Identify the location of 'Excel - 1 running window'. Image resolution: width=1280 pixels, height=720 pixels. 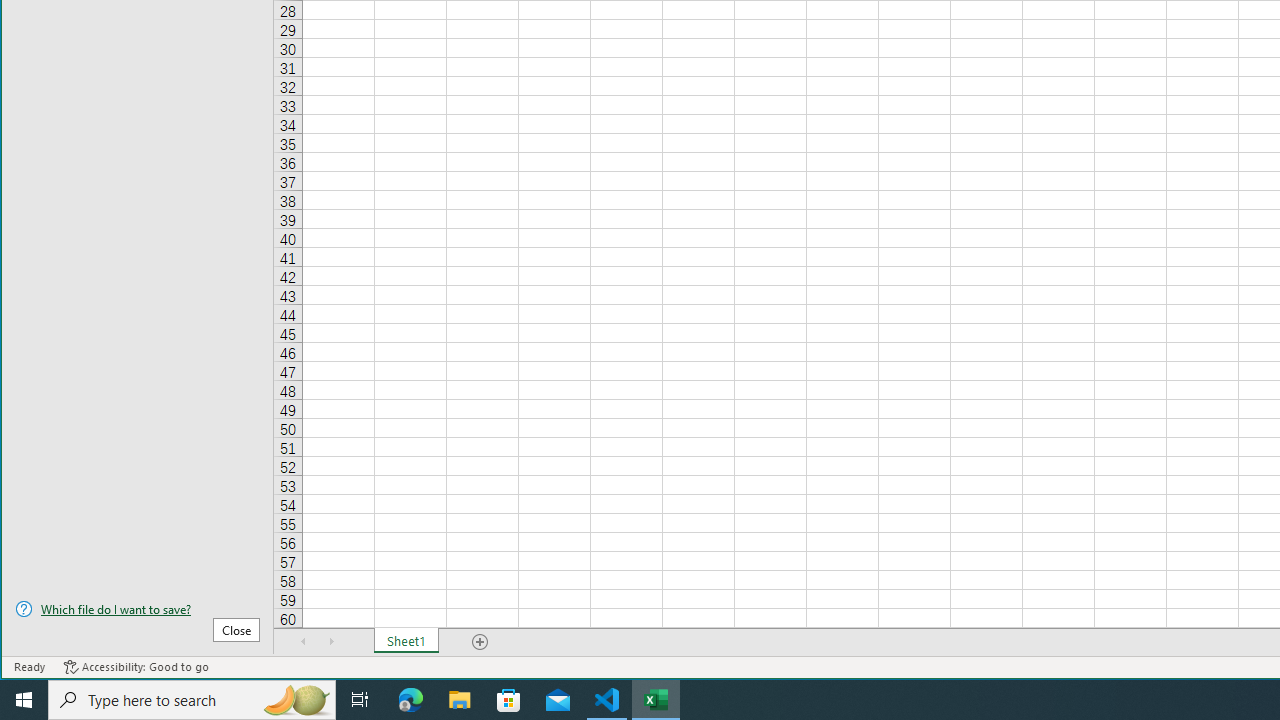
(656, 698).